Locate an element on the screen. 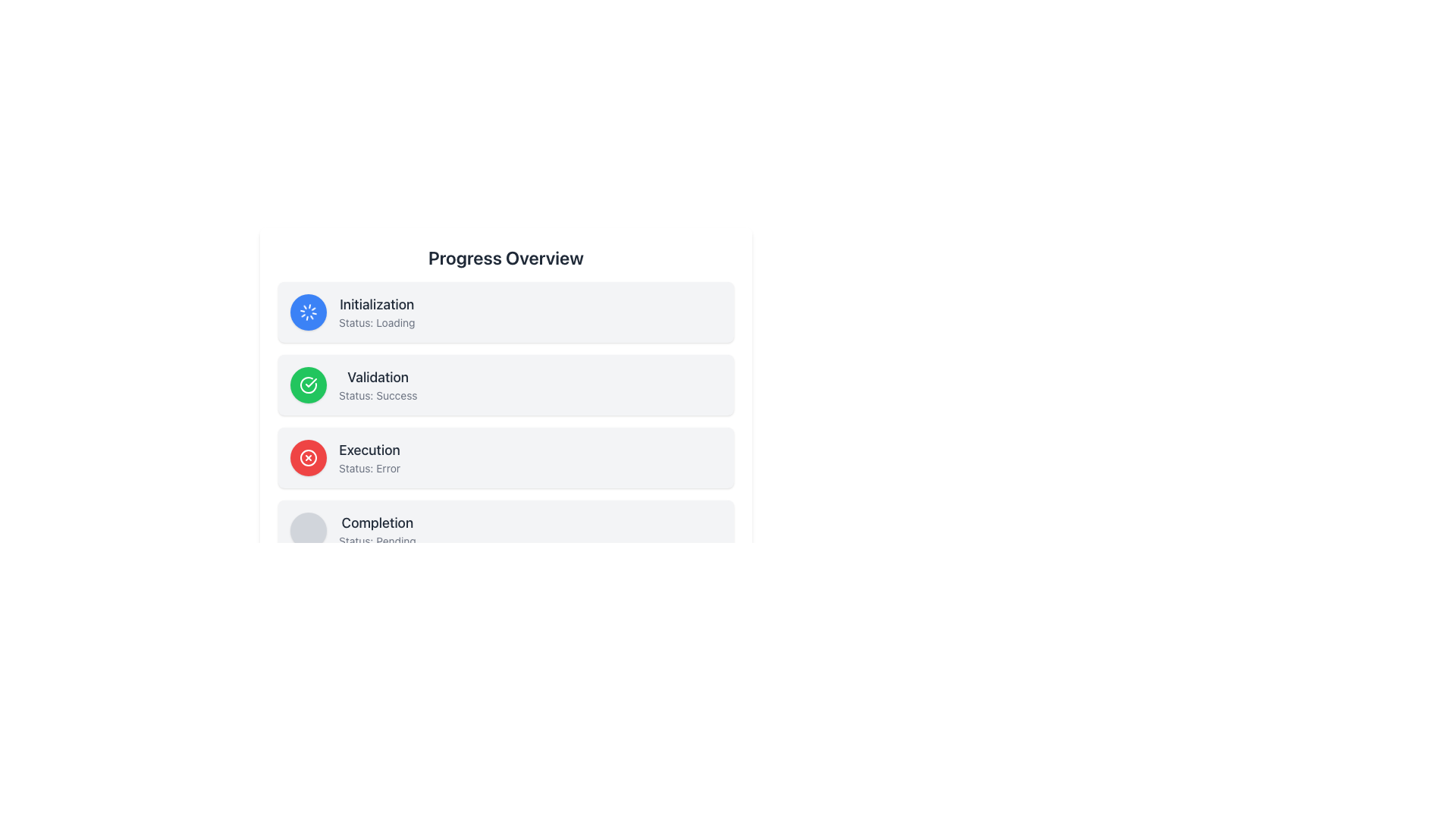  the checkmark vector graphic inside the green circle indicating successful validation in the 'Progress Overview' section is located at coordinates (310, 382).